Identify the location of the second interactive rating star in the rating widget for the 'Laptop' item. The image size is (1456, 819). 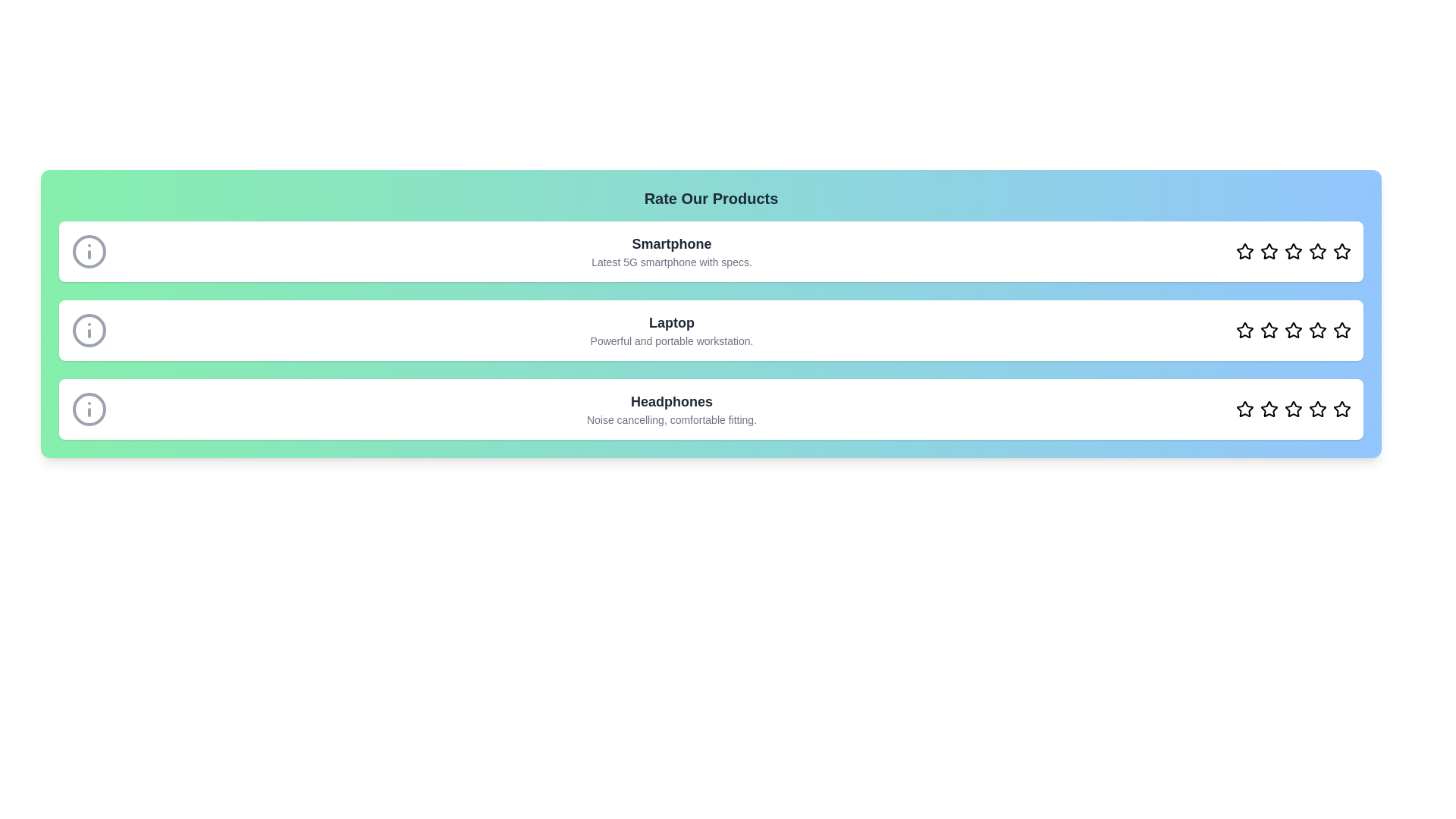
(1269, 329).